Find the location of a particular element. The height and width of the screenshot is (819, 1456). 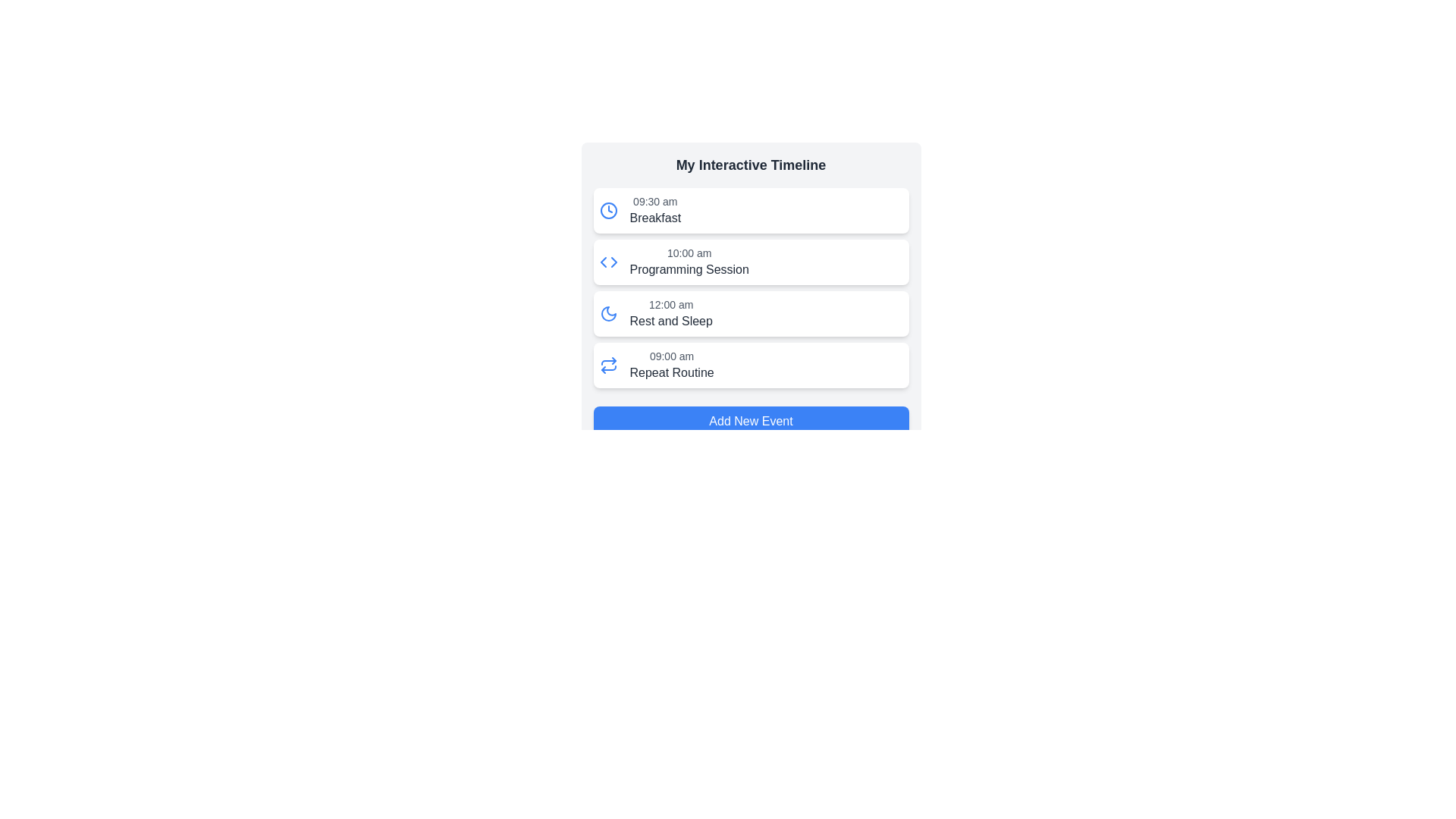

the circular SVG element within the clock icon, which is positioned to the left of the '9:30 am Breakfast' text is located at coordinates (608, 210).